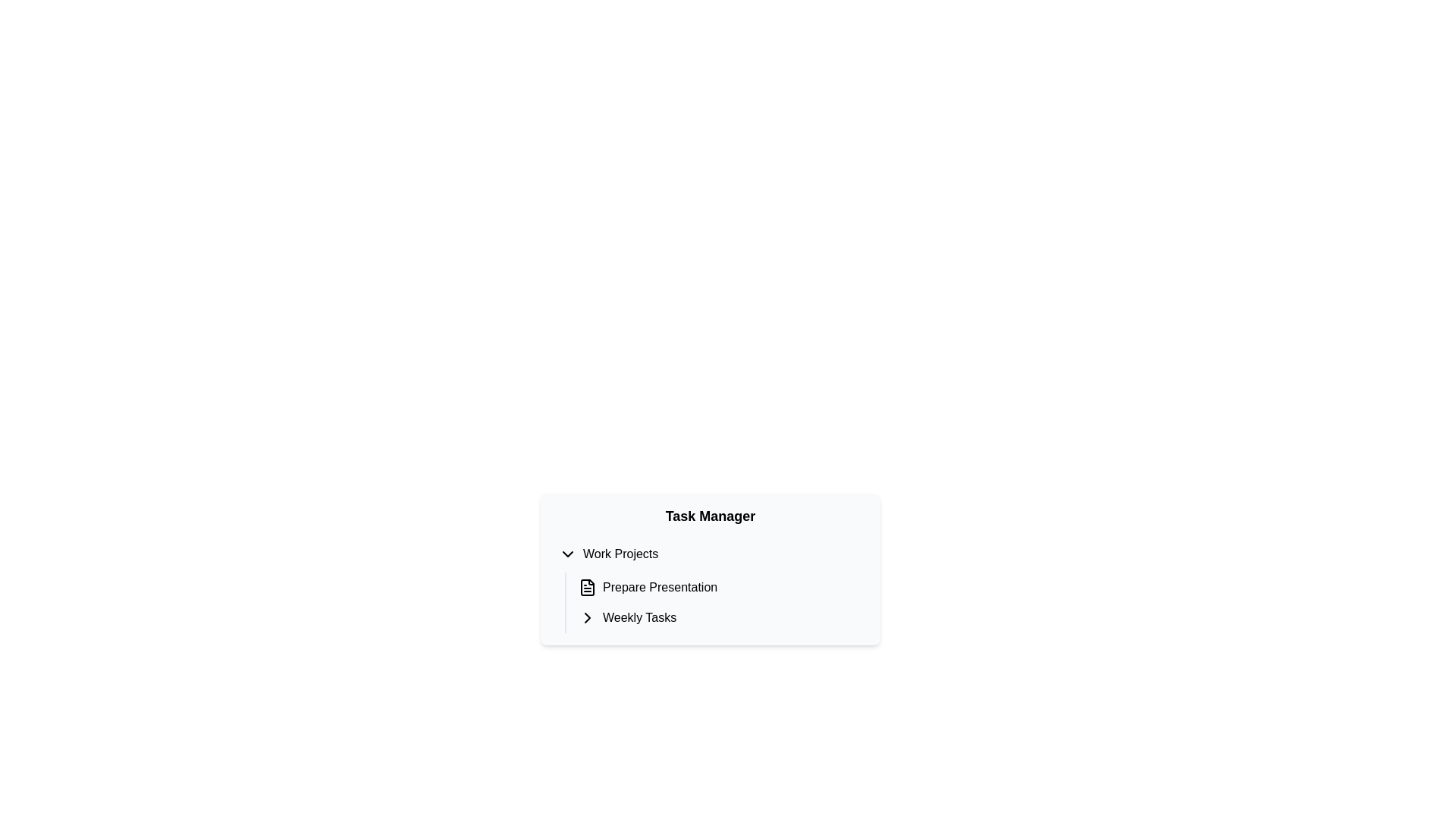  What do you see at coordinates (586, 617) in the screenshot?
I see `the chevron icon button` at bounding box center [586, 617].